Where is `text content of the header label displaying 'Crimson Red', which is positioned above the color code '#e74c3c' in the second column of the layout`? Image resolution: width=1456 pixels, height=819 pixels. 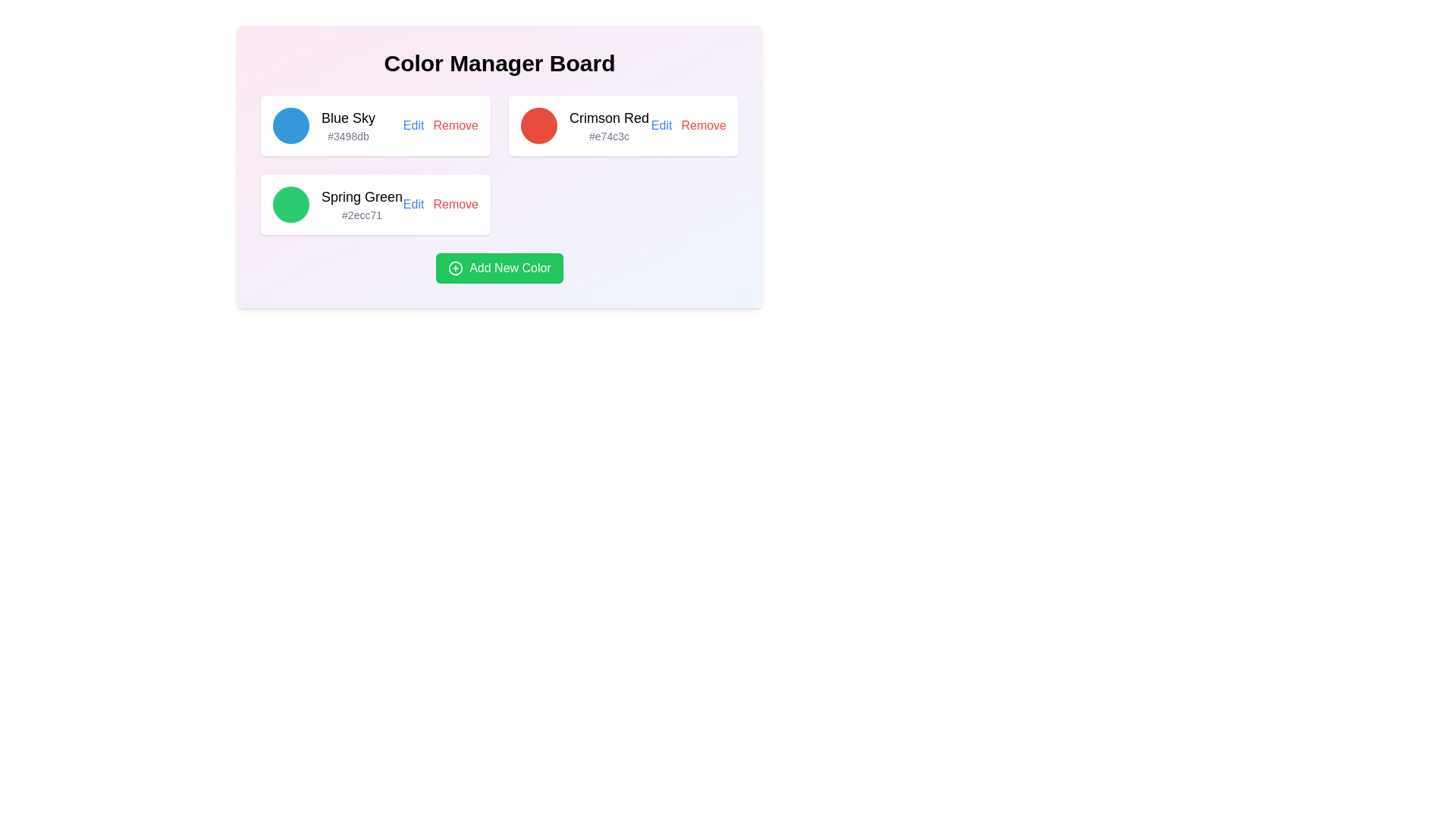 text content of the header label displaying 'Crimson Red', which is positioned above the color code '#e74c3c' in the second column of the layout is located at coordinates (609, 117).